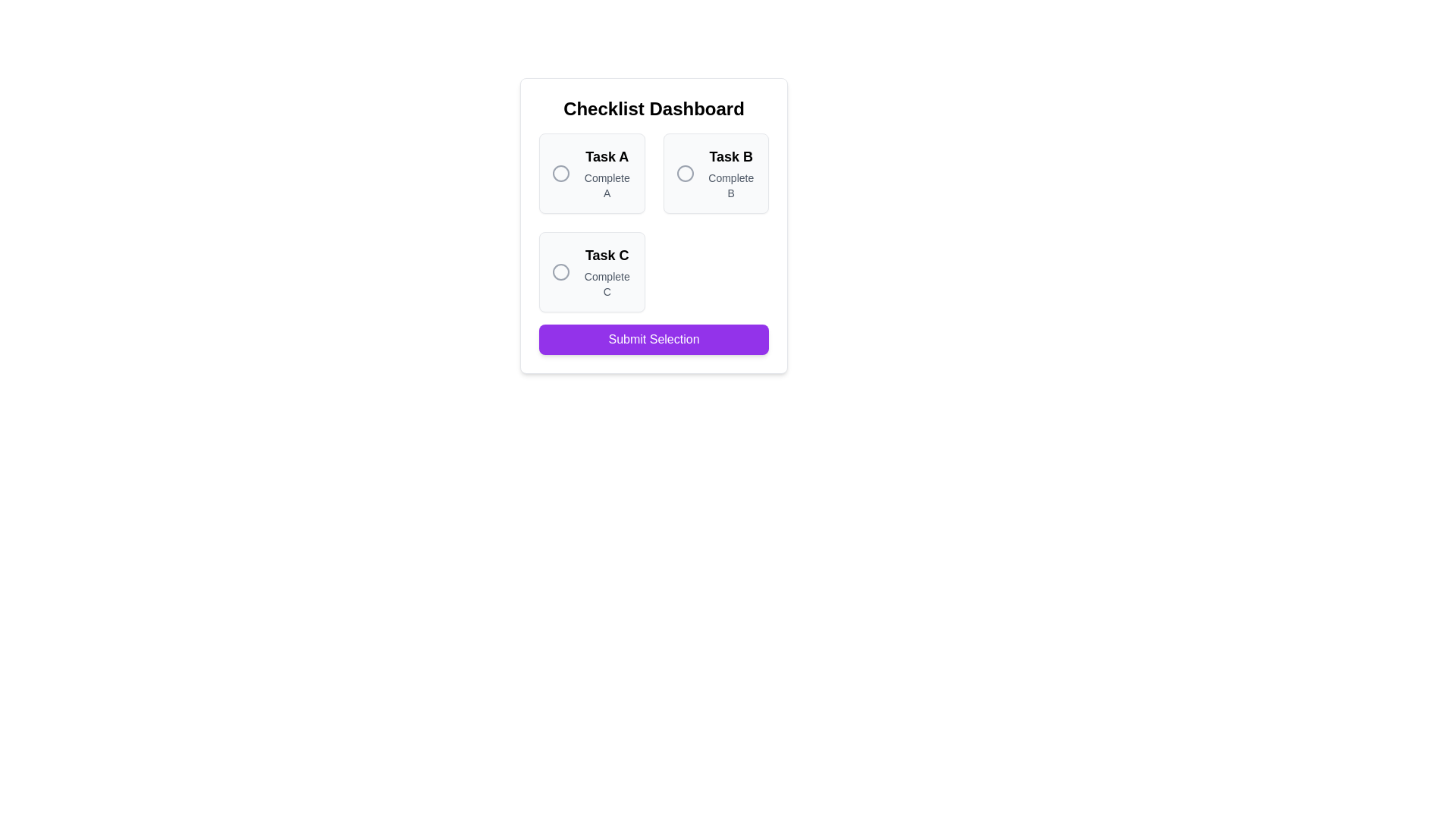  Describe the element at coordinates (560, 271) in the screenshot. I see `the third radio button in the checklist interface labeled 'Task C'` at that location.